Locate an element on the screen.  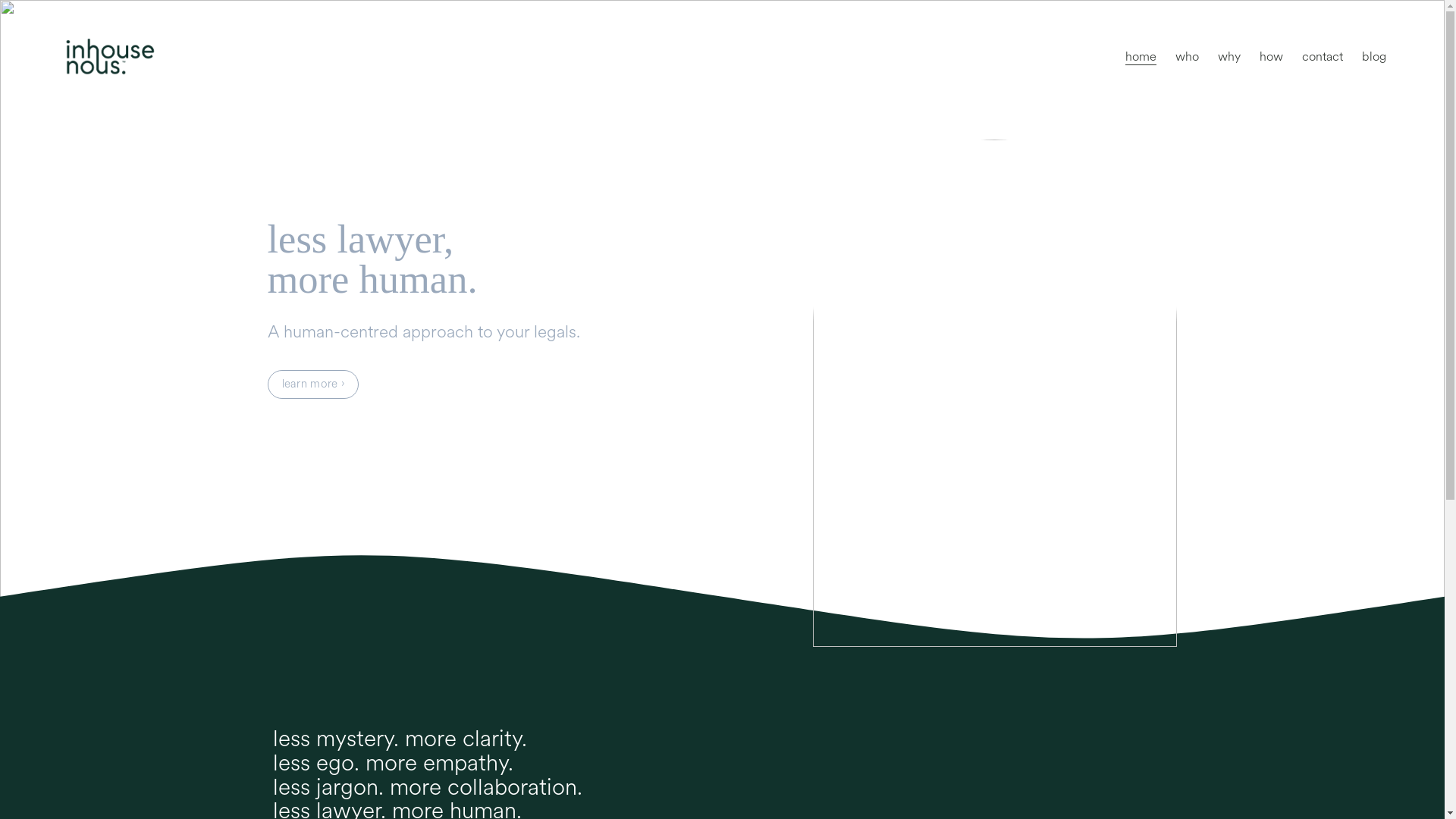
'how' is located at coordinates (1271, 55).